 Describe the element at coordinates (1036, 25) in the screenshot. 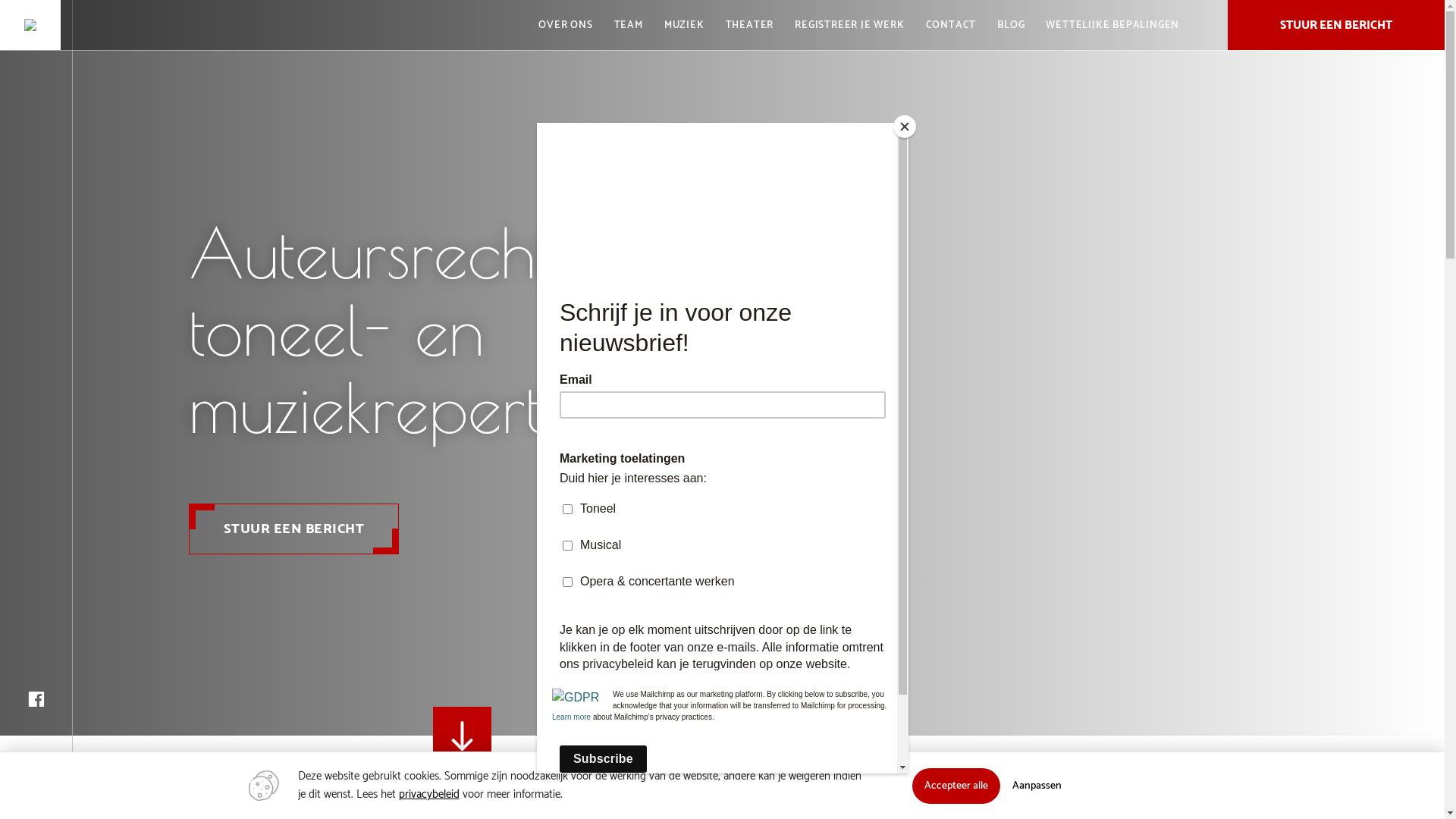

I see `'WETTELIJKE BEPALINGEN'` at that location.